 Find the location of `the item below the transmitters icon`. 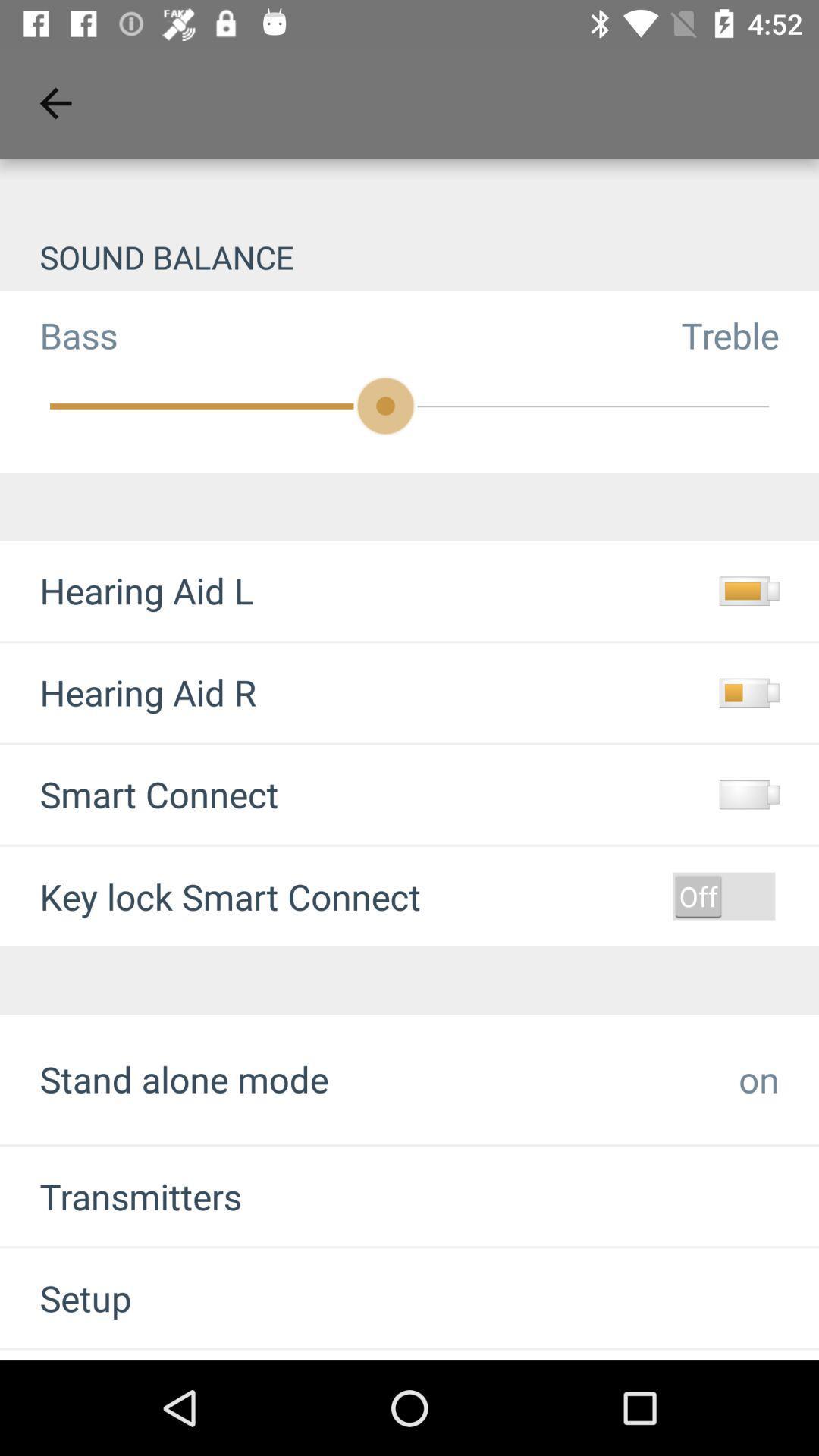

the item below the transmitters icon is located at coordinates (64, 1297).